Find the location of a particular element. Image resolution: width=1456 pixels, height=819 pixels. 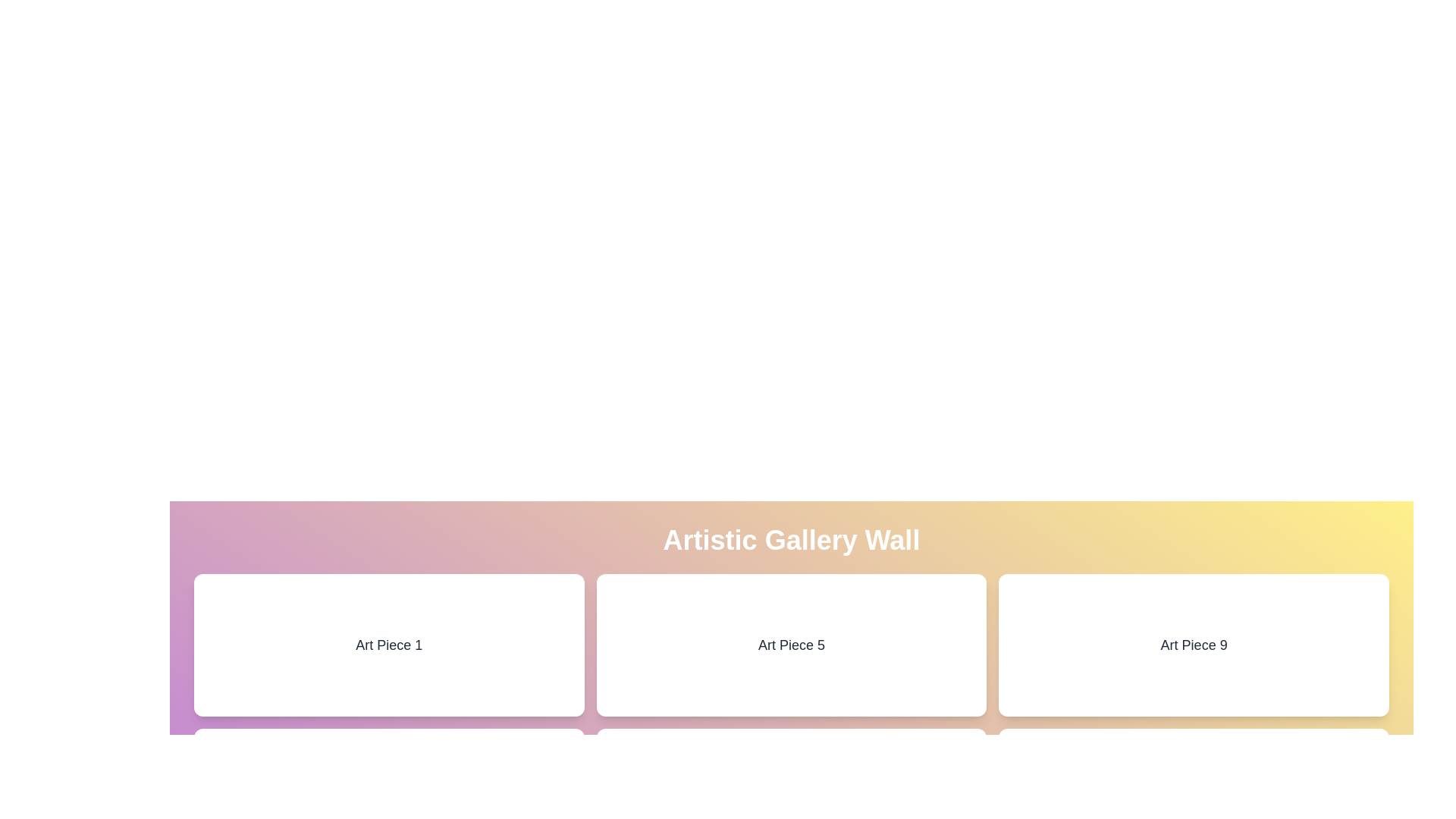

the 'Art Piece 9' card element which has a white background, rounded corners, and is positioned in the gallery layout is located at coordinates (1193, 645).